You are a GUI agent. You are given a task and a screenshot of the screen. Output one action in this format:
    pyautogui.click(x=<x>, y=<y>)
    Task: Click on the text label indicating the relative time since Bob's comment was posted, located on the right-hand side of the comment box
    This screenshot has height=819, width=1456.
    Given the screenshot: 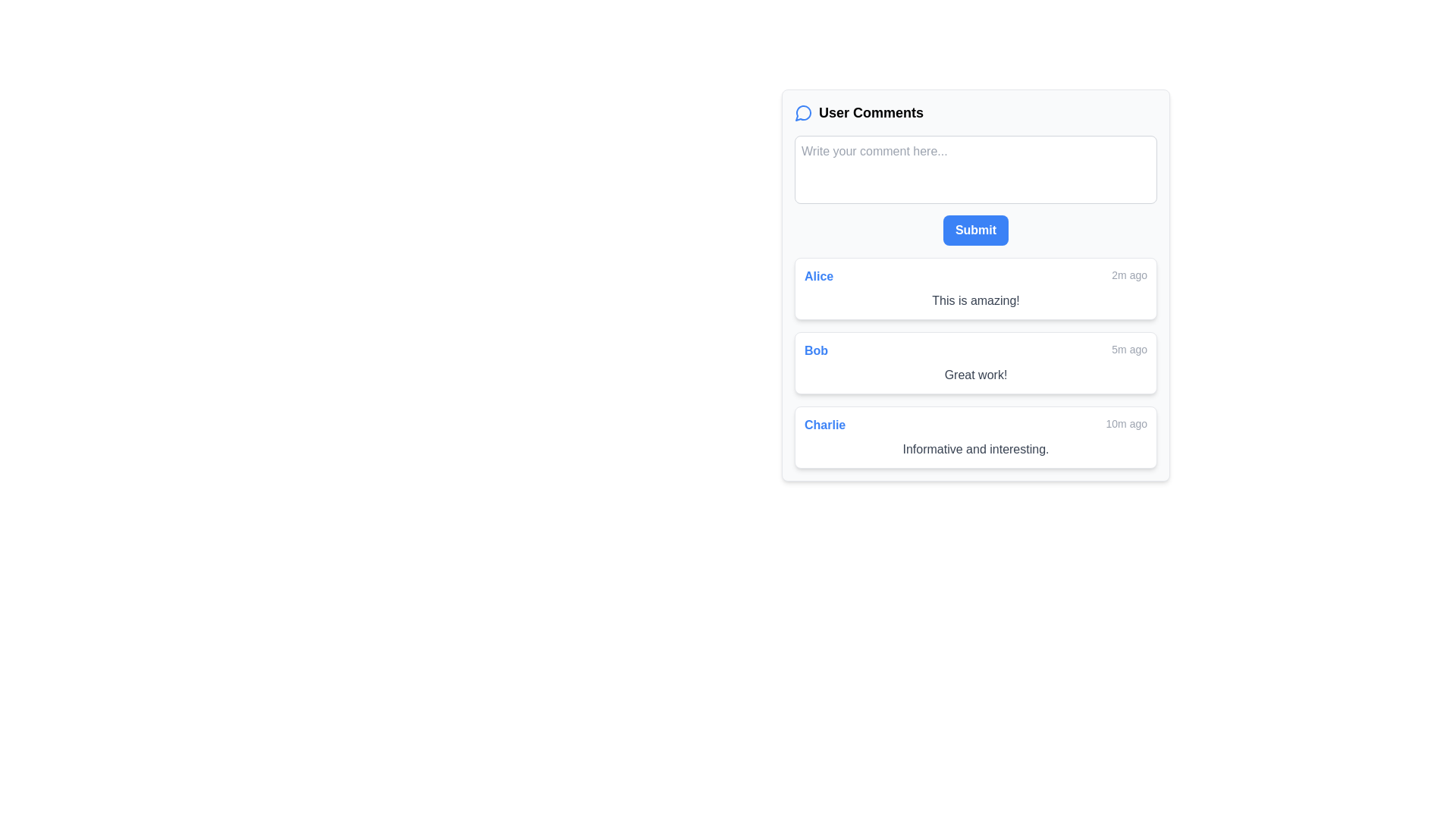 What is the action you would take?
    pyautogui.click(x=1129, y=350)
    